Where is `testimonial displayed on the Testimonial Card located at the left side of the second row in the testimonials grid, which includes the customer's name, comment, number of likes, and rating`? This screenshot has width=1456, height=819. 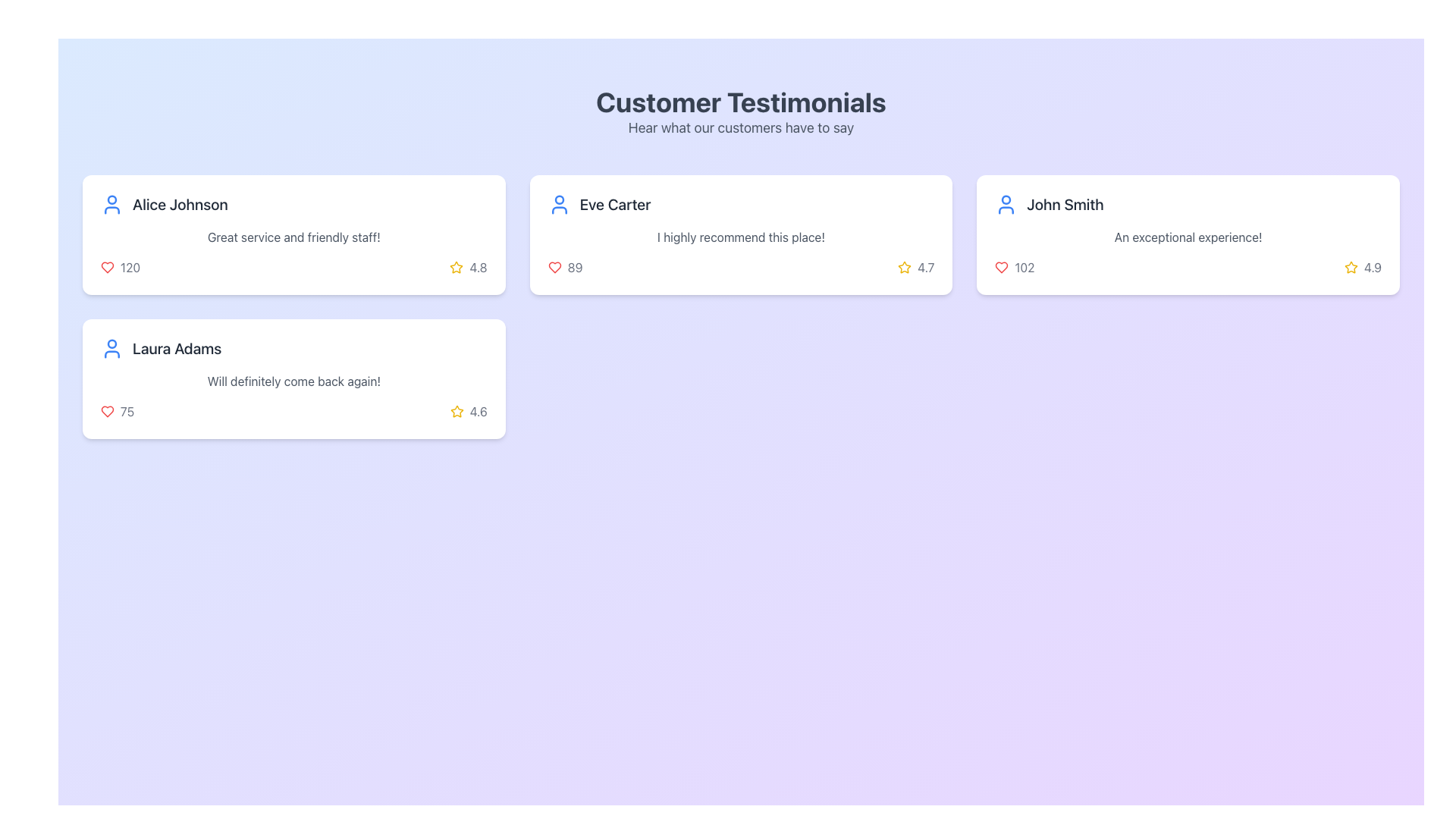 testimonial displayed on the Testimonial Card located at the left side of the second row in the testimonials grid, which includes the customer's name, comment, number of likes, and rating is located at coordinates (293, 378).